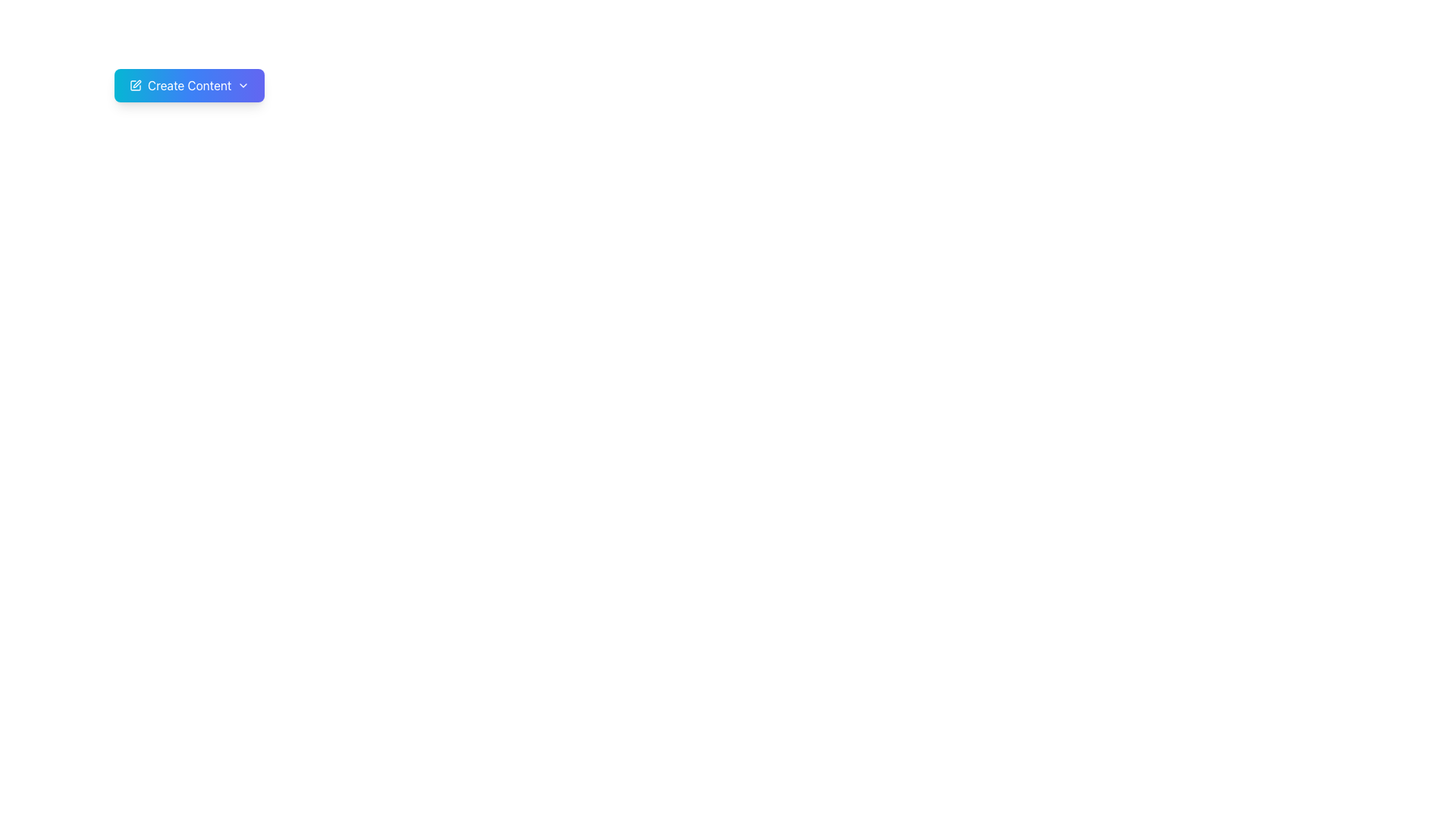  Describe the element at coordinates (189, 85) in the screenshot. I see `the 'Create Content' button with a blue to purple gradient background, which includes a pen icon and a chevron down icon` at that location.